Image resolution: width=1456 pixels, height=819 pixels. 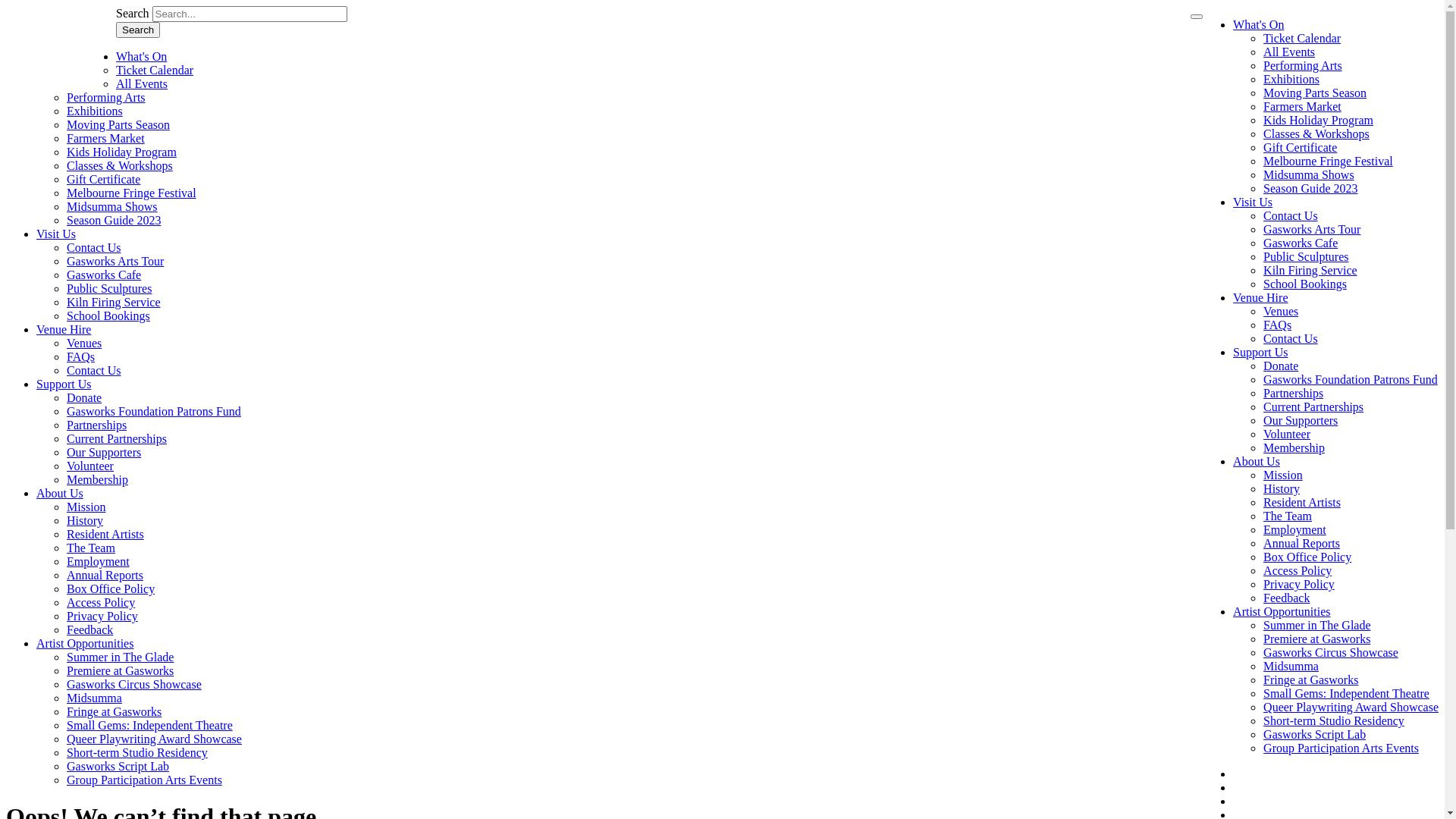 I want to click on 'Annual Reports', so click(x=65, y=575).